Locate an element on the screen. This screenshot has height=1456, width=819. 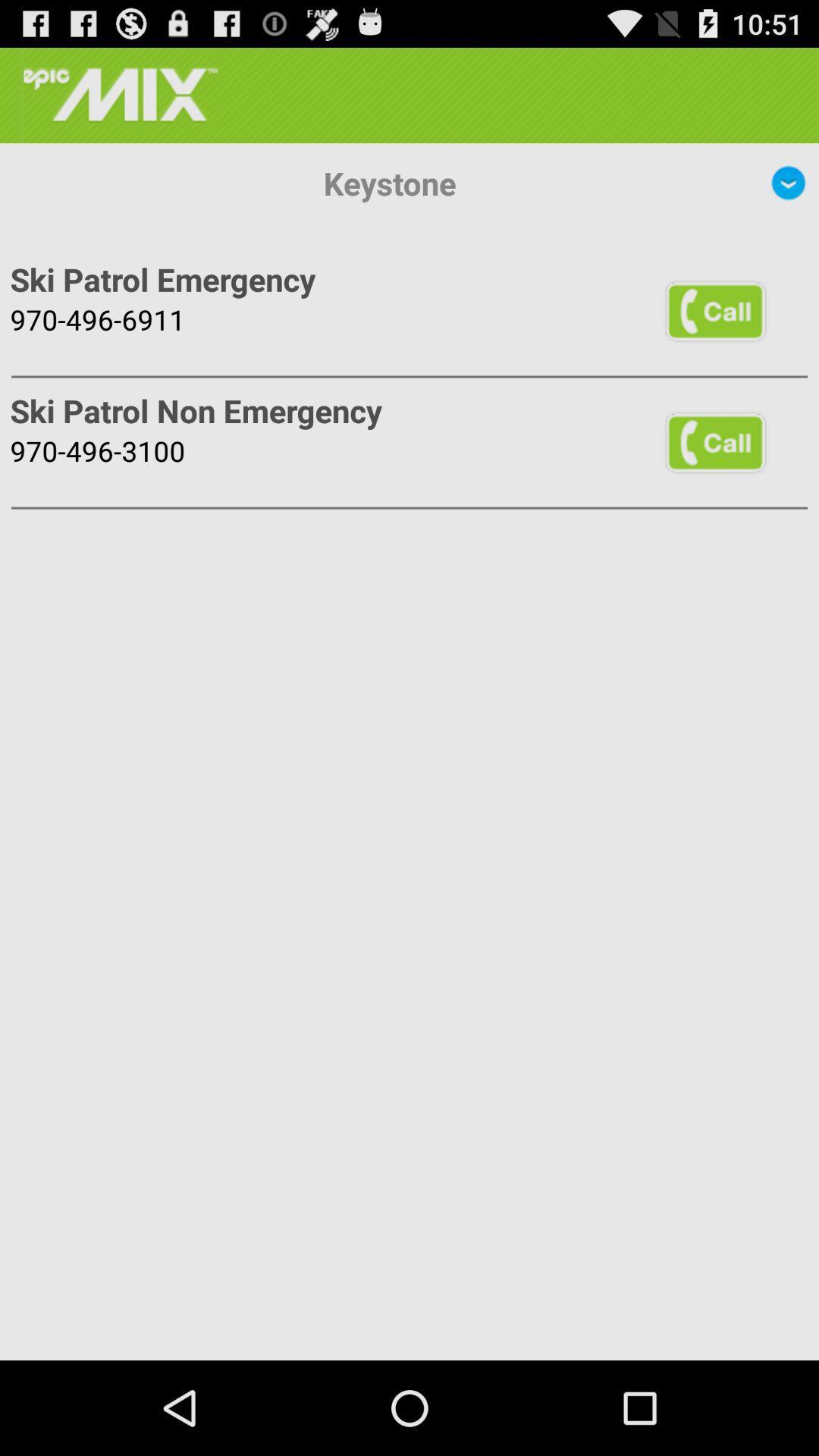
app to the right of keystone app is located at coordinates (788, 182).